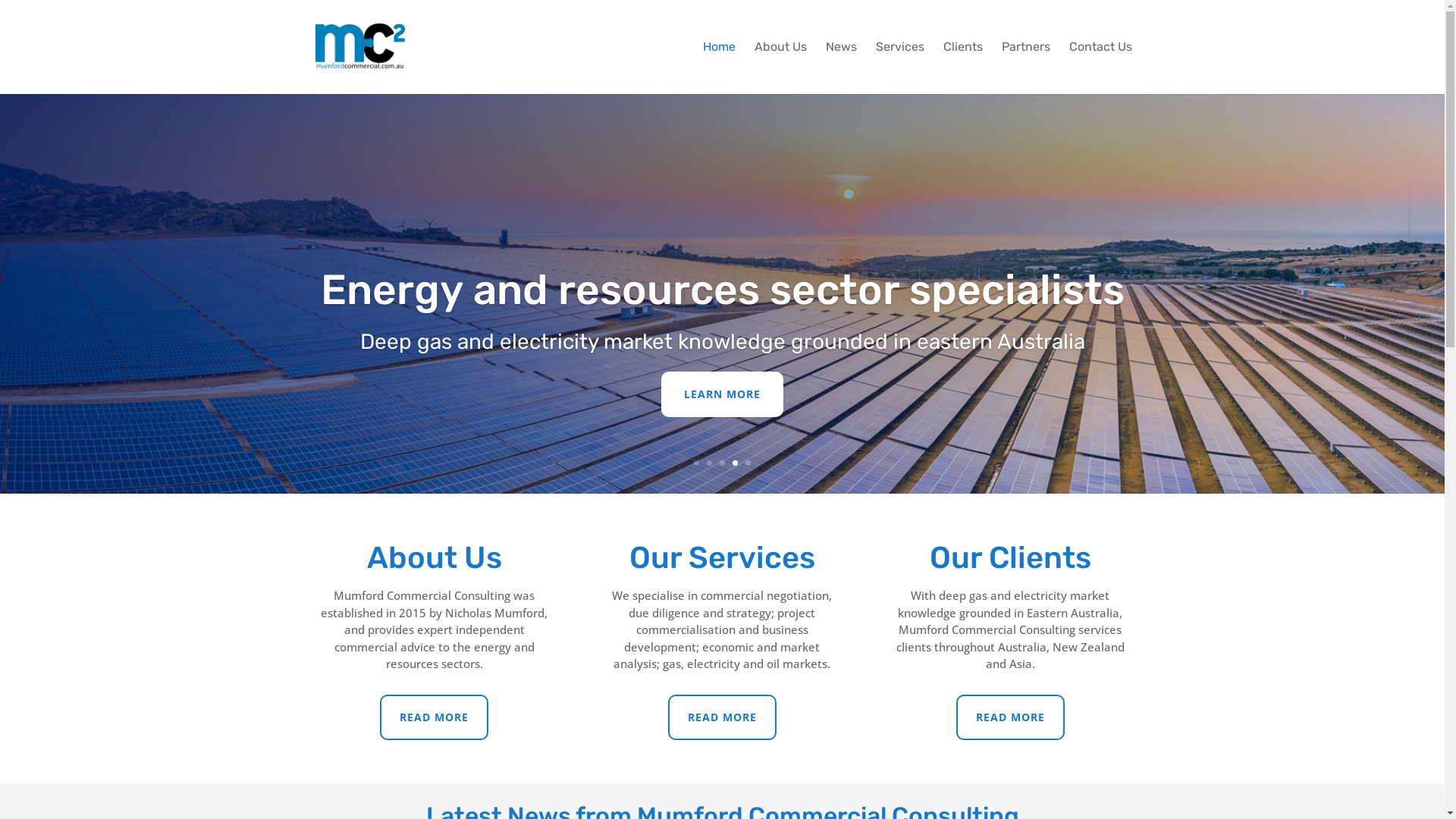 The width and height of the screenshot is (1456, 819). I want to click on '4', so click(735, 462).